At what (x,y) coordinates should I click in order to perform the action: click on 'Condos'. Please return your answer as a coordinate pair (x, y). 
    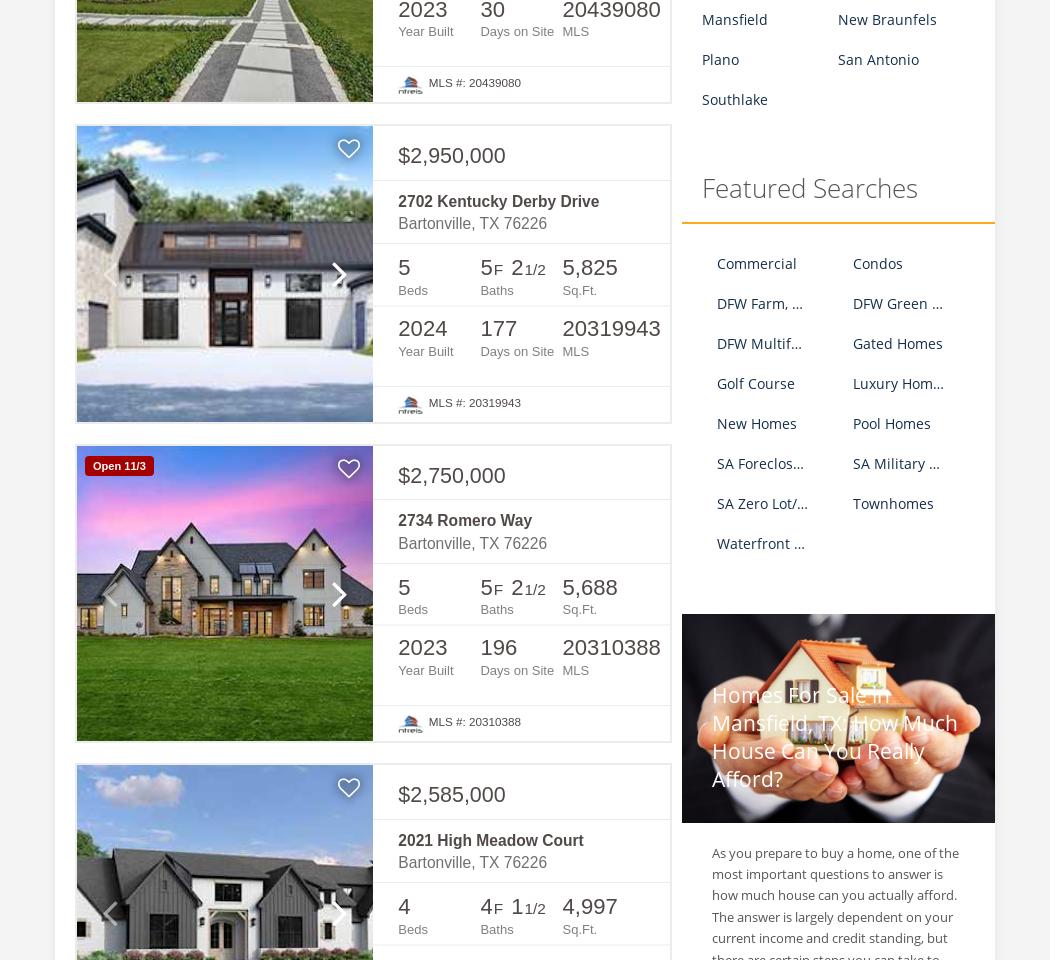
    Looking at the image, I should click on (877, 261).